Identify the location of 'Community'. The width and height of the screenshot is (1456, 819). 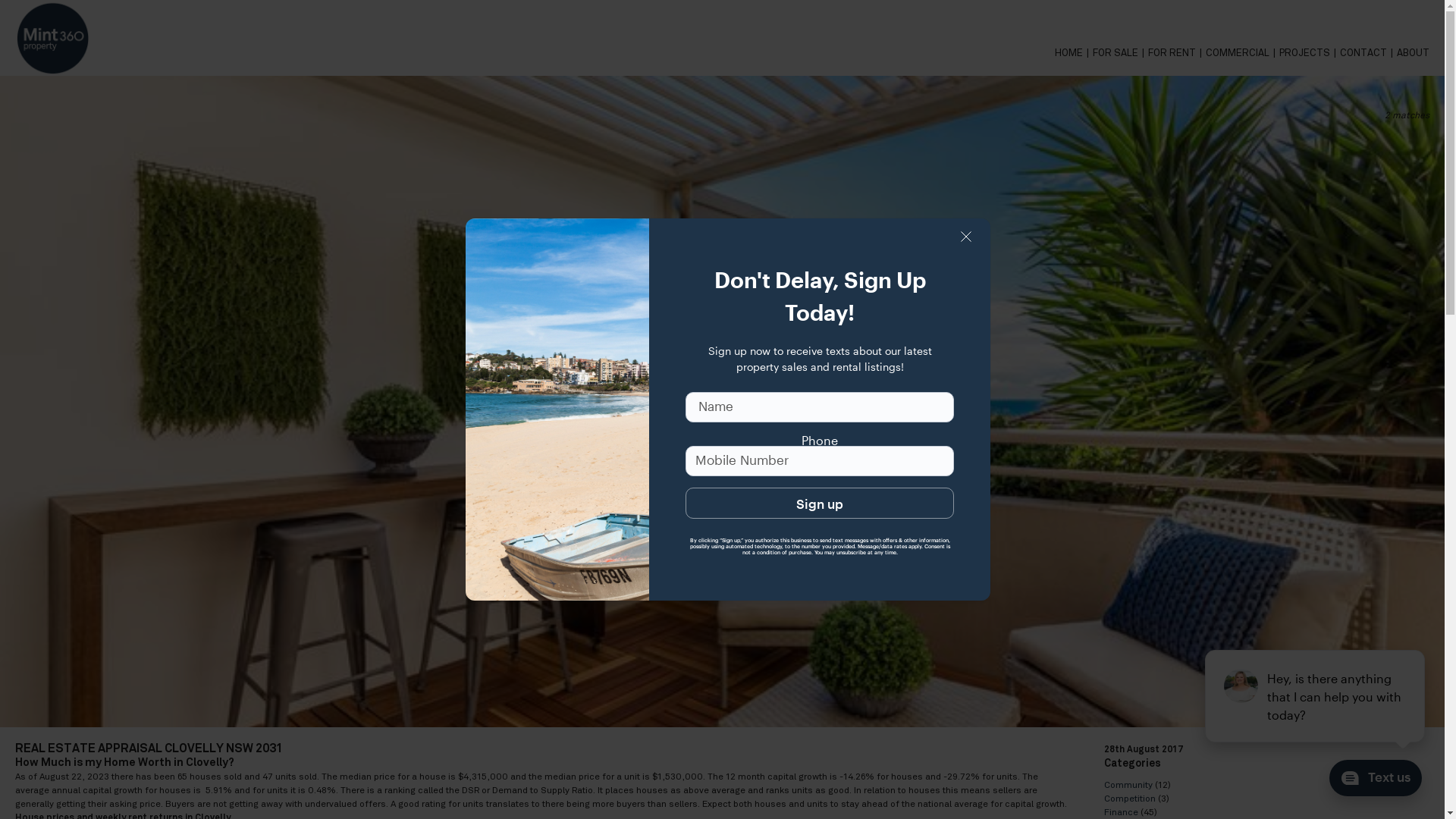
(1128, 784).